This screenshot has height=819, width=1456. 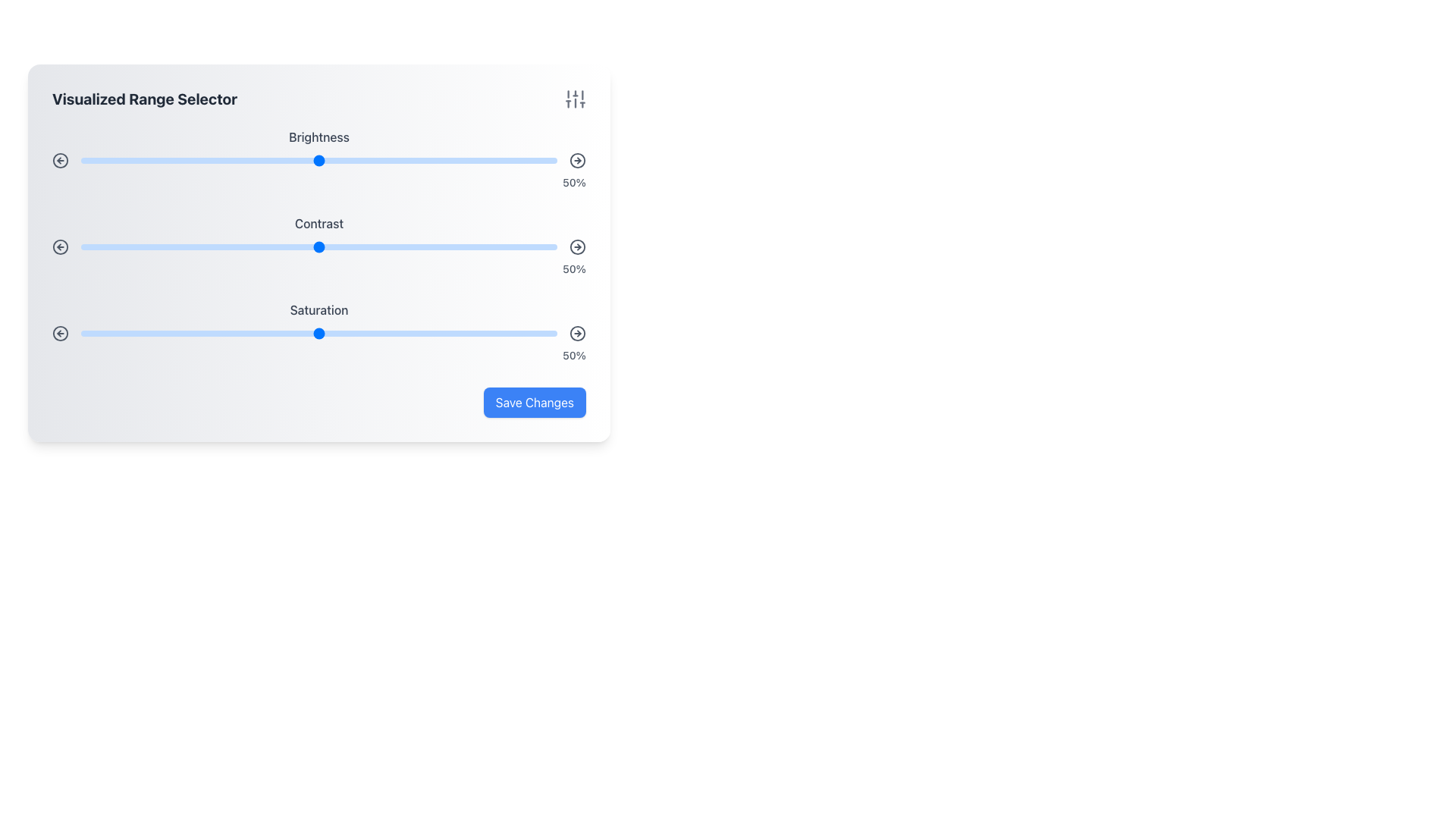 What do you see at coordinates (337, 332) in the screenshot?
I see `the saturation level` at bounding box center [337, 332].